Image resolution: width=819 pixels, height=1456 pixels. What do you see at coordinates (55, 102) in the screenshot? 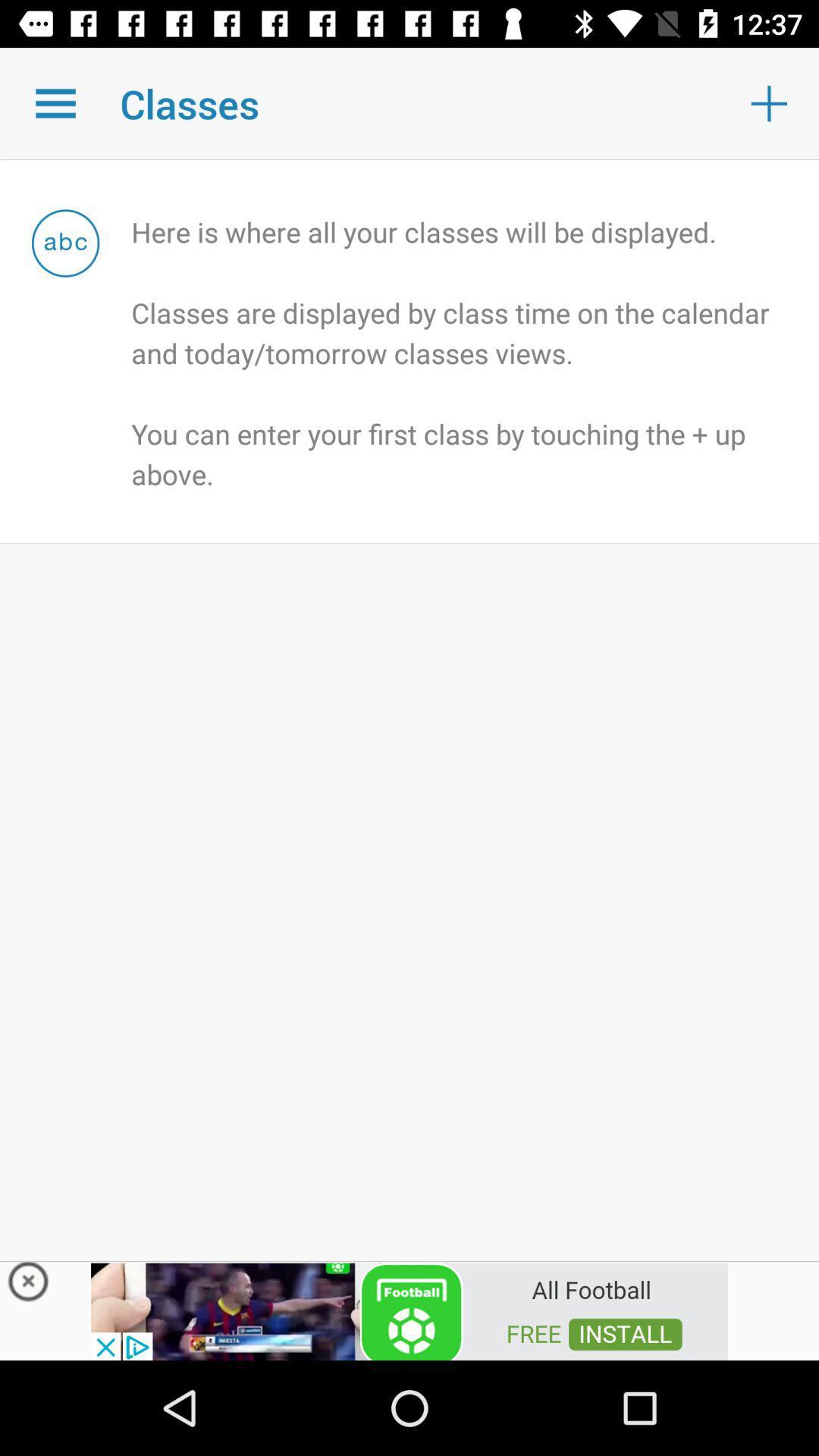
I see `multiple classes option` at bounding box center [55, 102].